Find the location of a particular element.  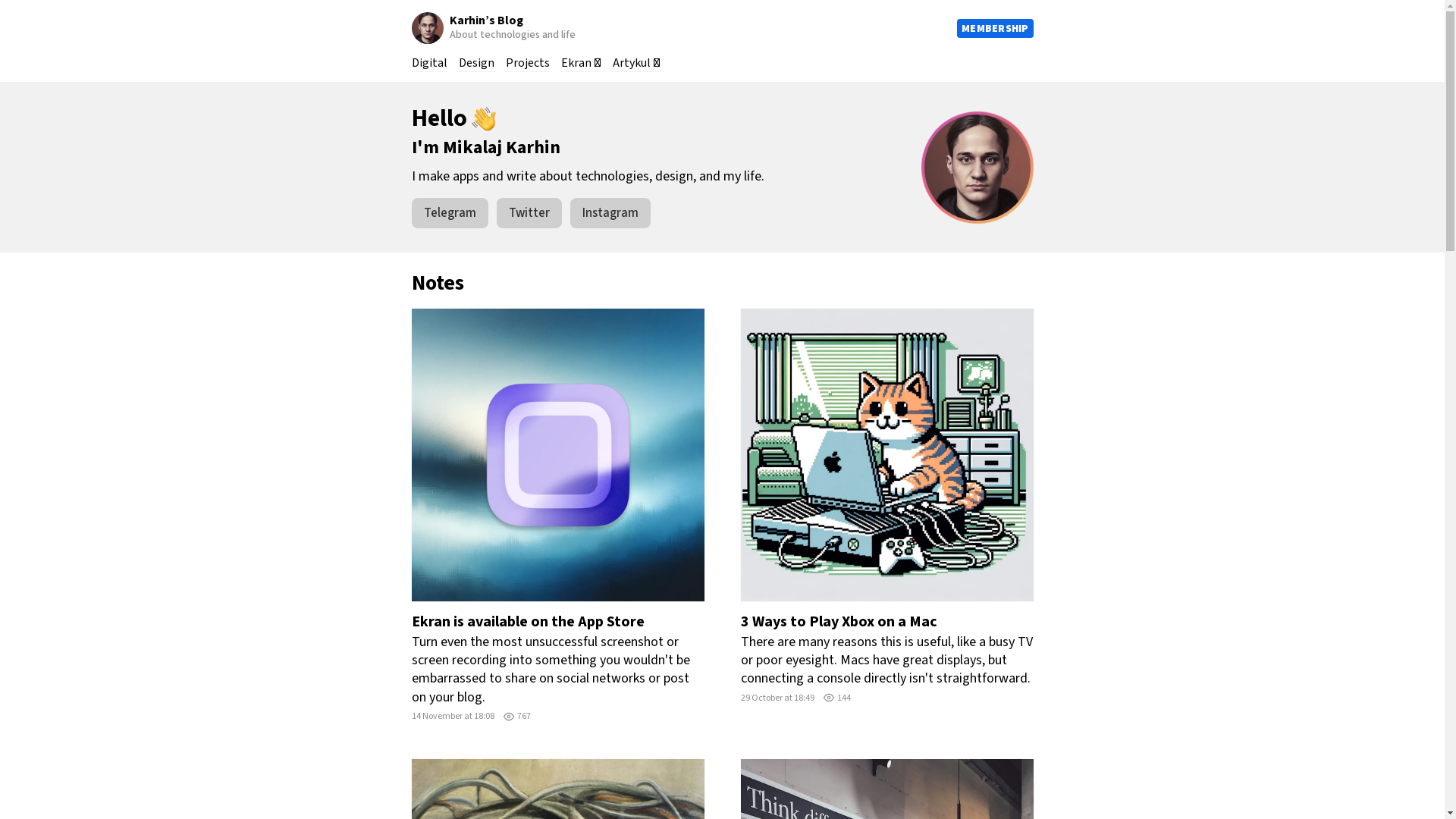

'Digital' is located at coordinates (411, 62).